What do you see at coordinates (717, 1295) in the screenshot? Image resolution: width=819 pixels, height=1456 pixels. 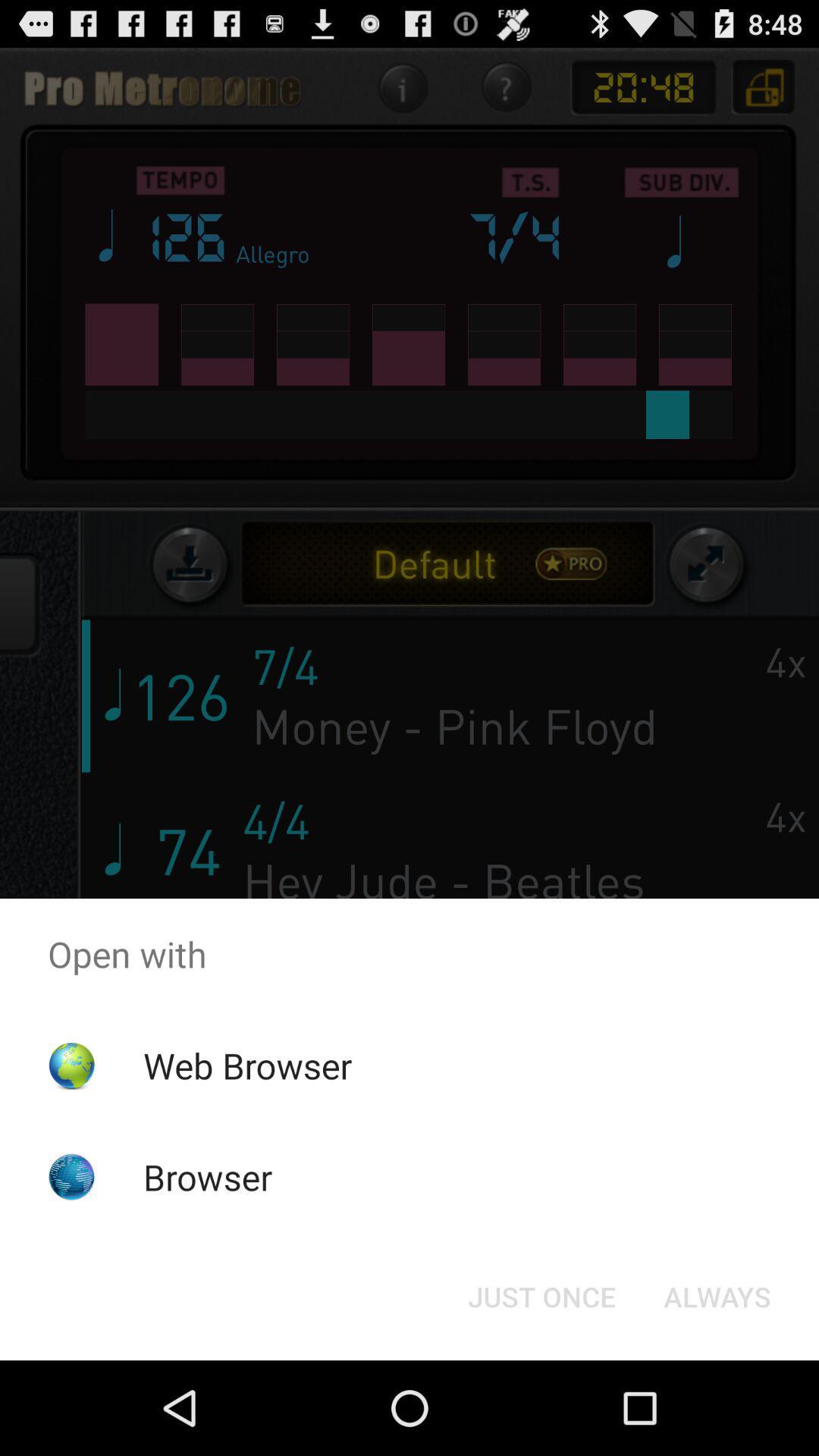 I see `the app below the open with item` at bounding box center [717, 1295].